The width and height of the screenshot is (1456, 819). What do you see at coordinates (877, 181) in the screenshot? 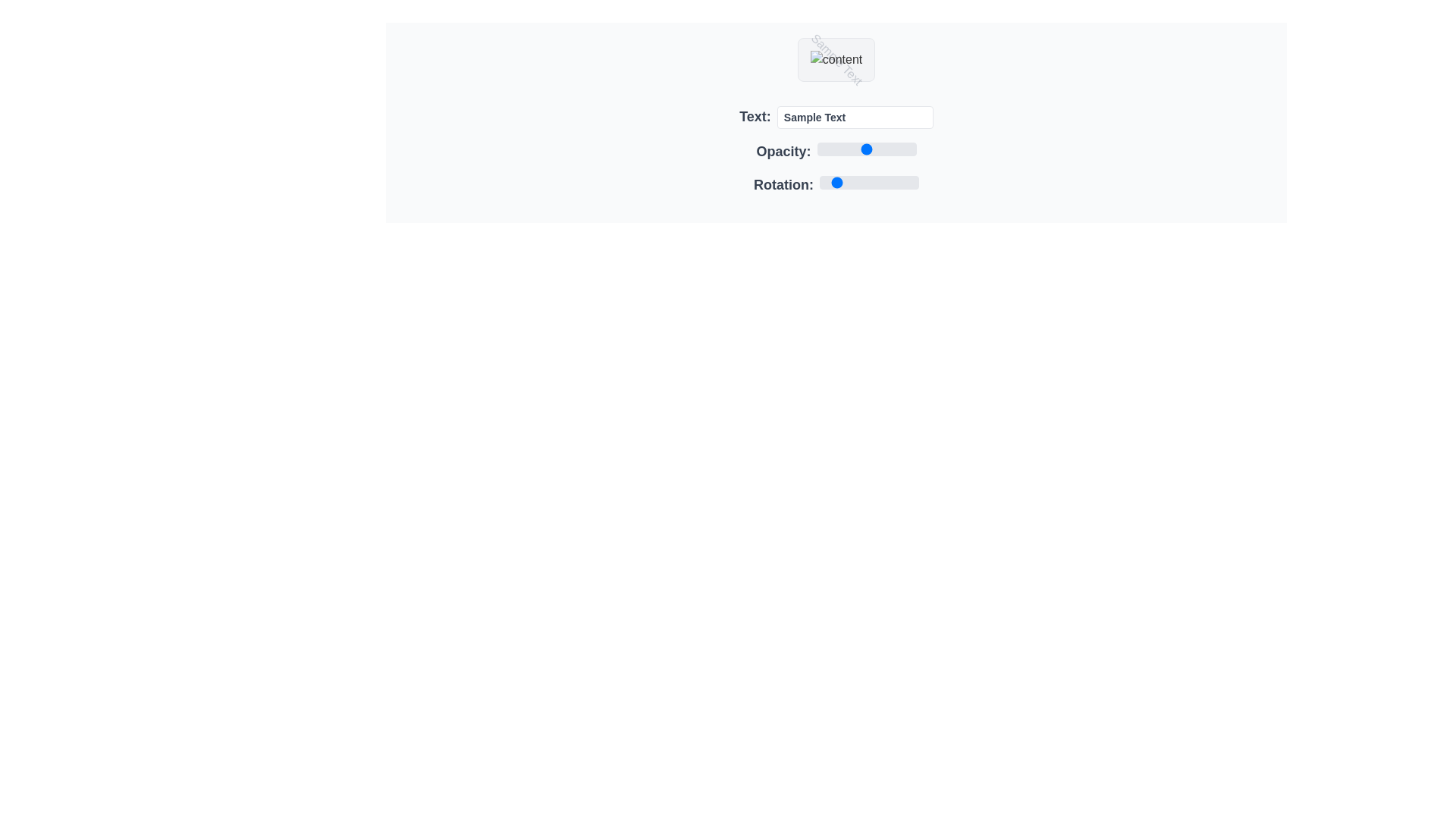
I see `rotation` at bounding box center [877, 181].